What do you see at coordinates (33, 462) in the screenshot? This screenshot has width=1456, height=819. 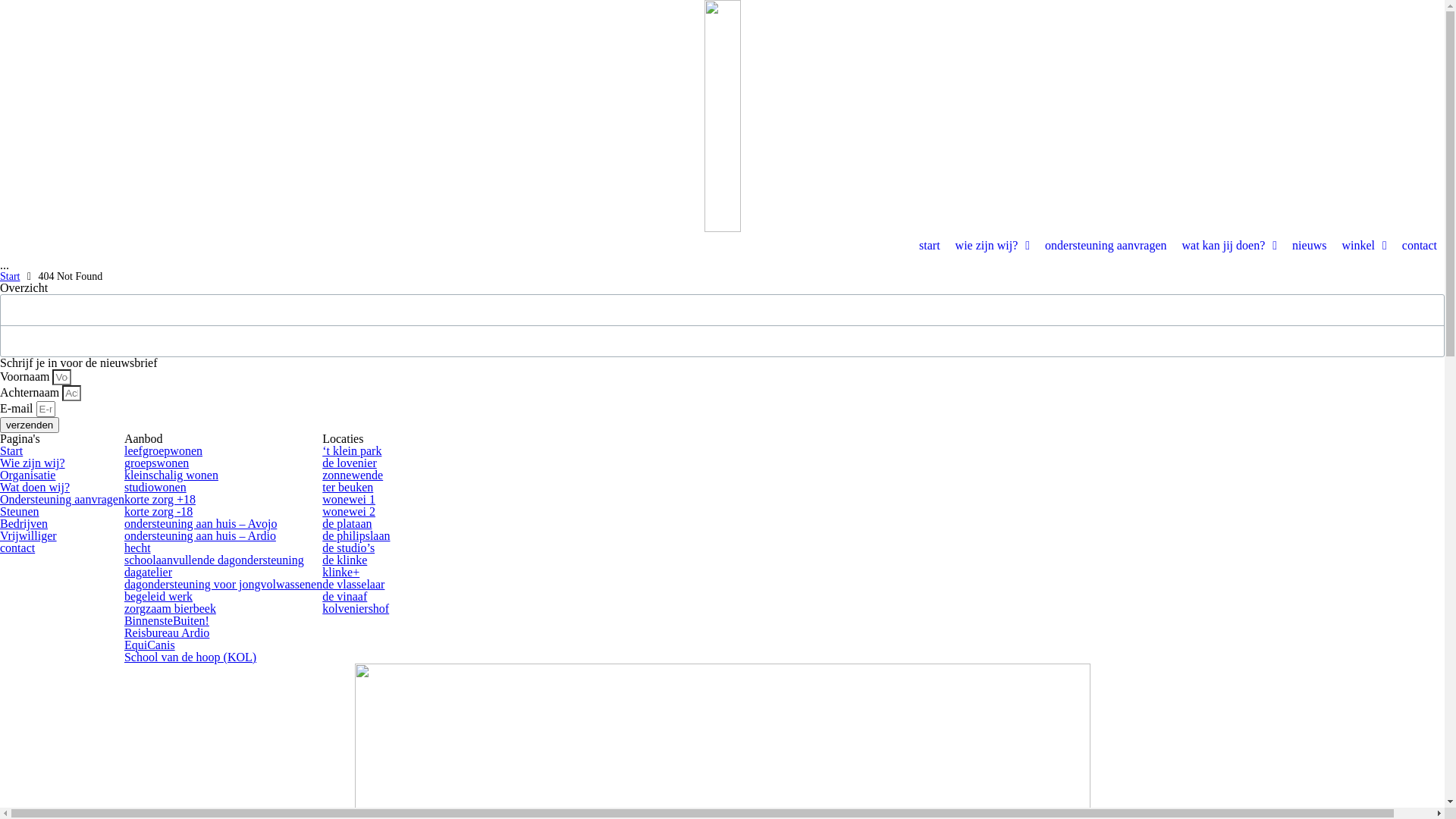 I see `'Wie zijn wij?'` at bounding box center [33, 462].